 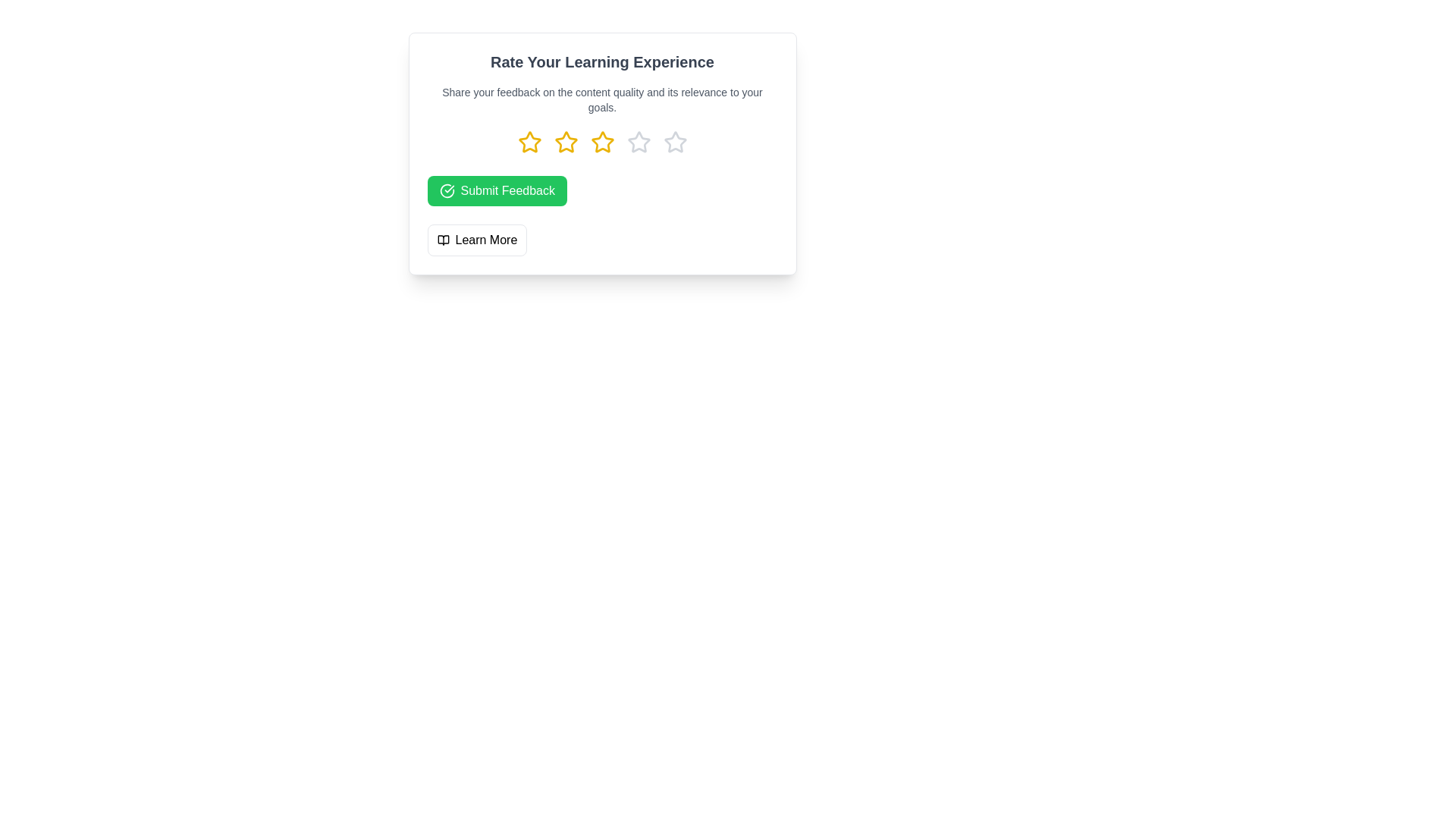 I want to click on the rating to 2 stars by clicking on the corresponding star, so click(x=565, y=143).